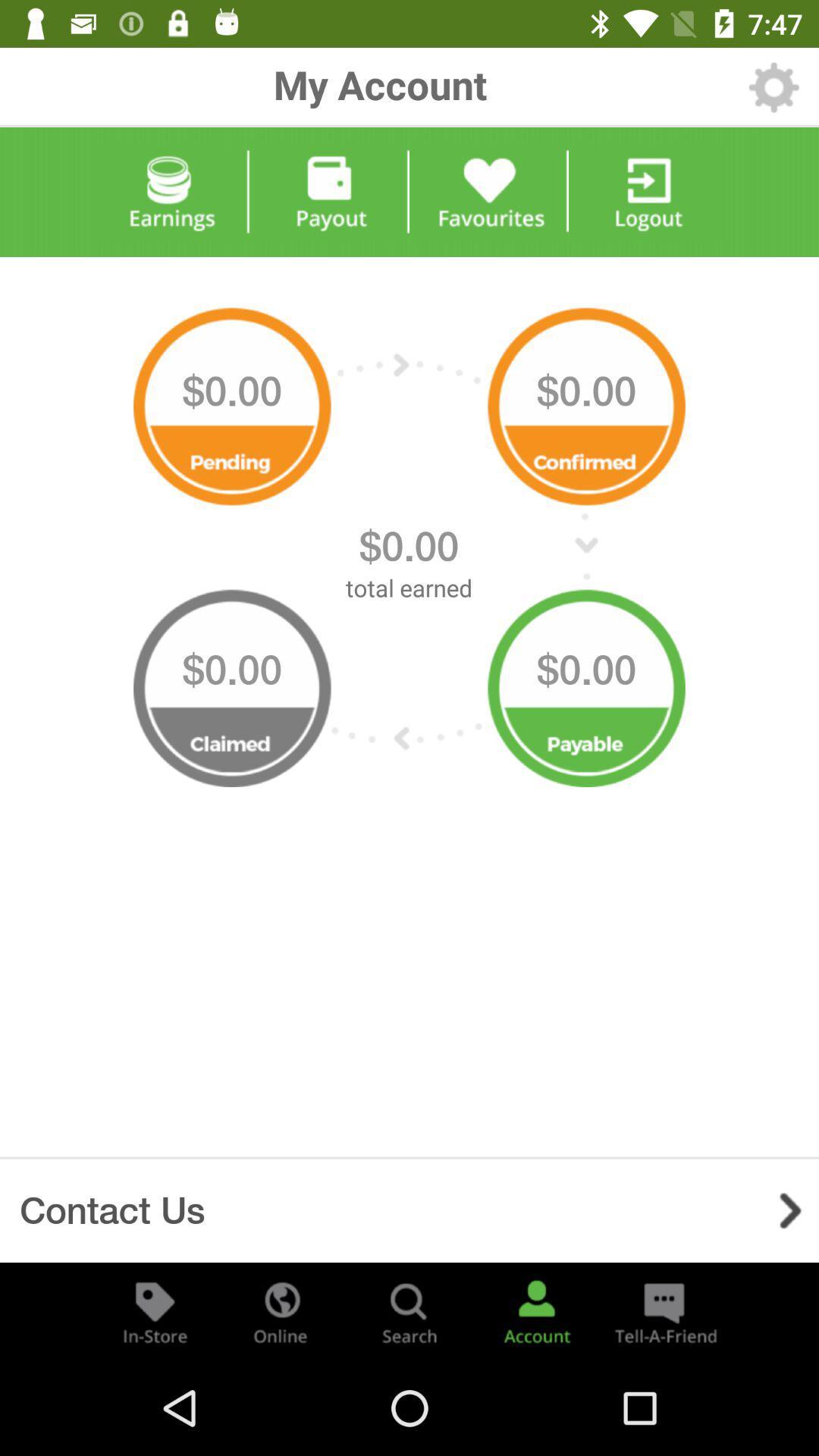 The width and height of the screenshot is (819, 1456). What do you see at coordinates (281, 1310) in the screenshot?
I see `check online` at bounding box center [281, 1310].